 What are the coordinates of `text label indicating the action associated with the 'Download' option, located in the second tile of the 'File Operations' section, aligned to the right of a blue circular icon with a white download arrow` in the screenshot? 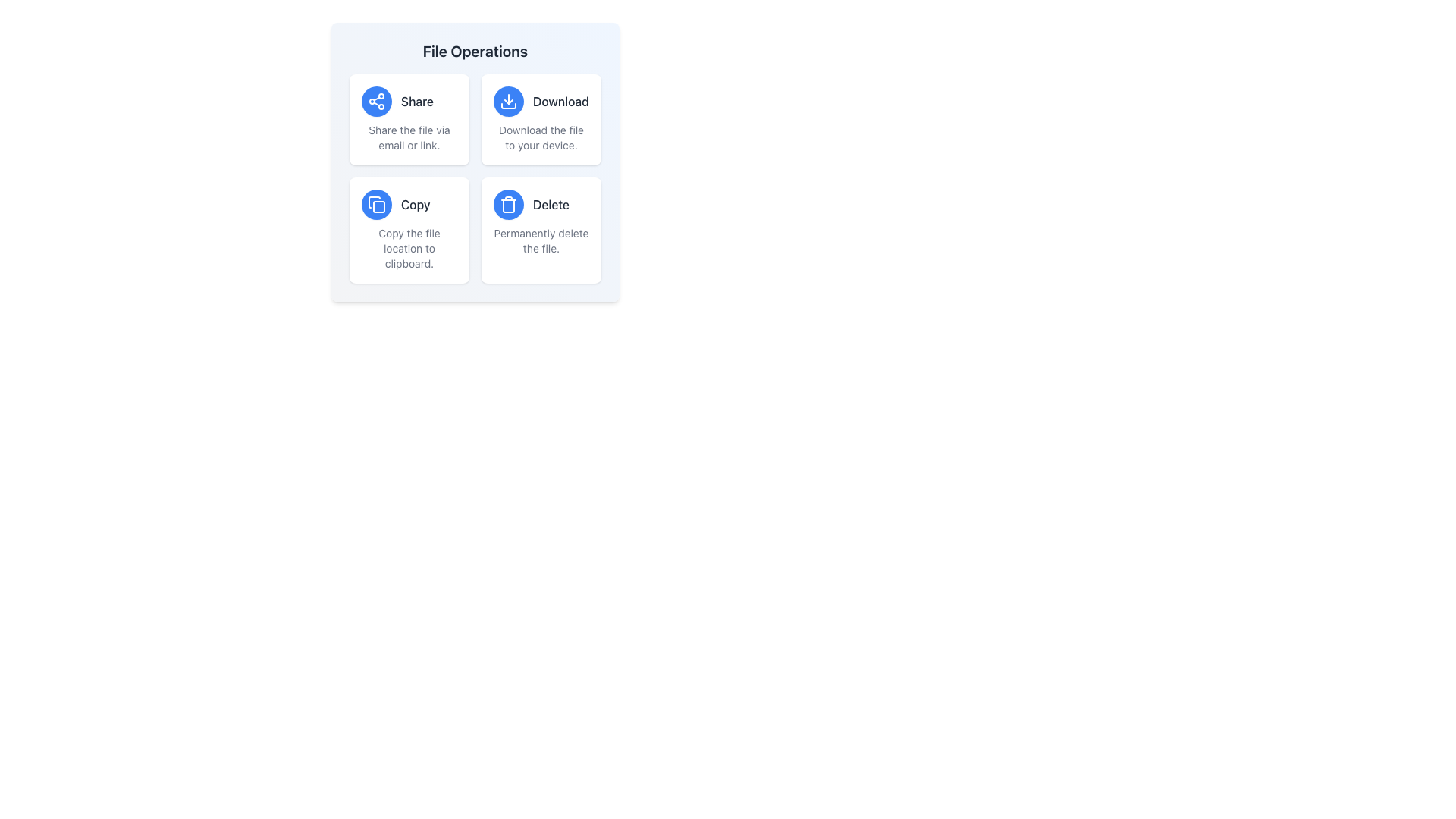 It's located at (560, 102).